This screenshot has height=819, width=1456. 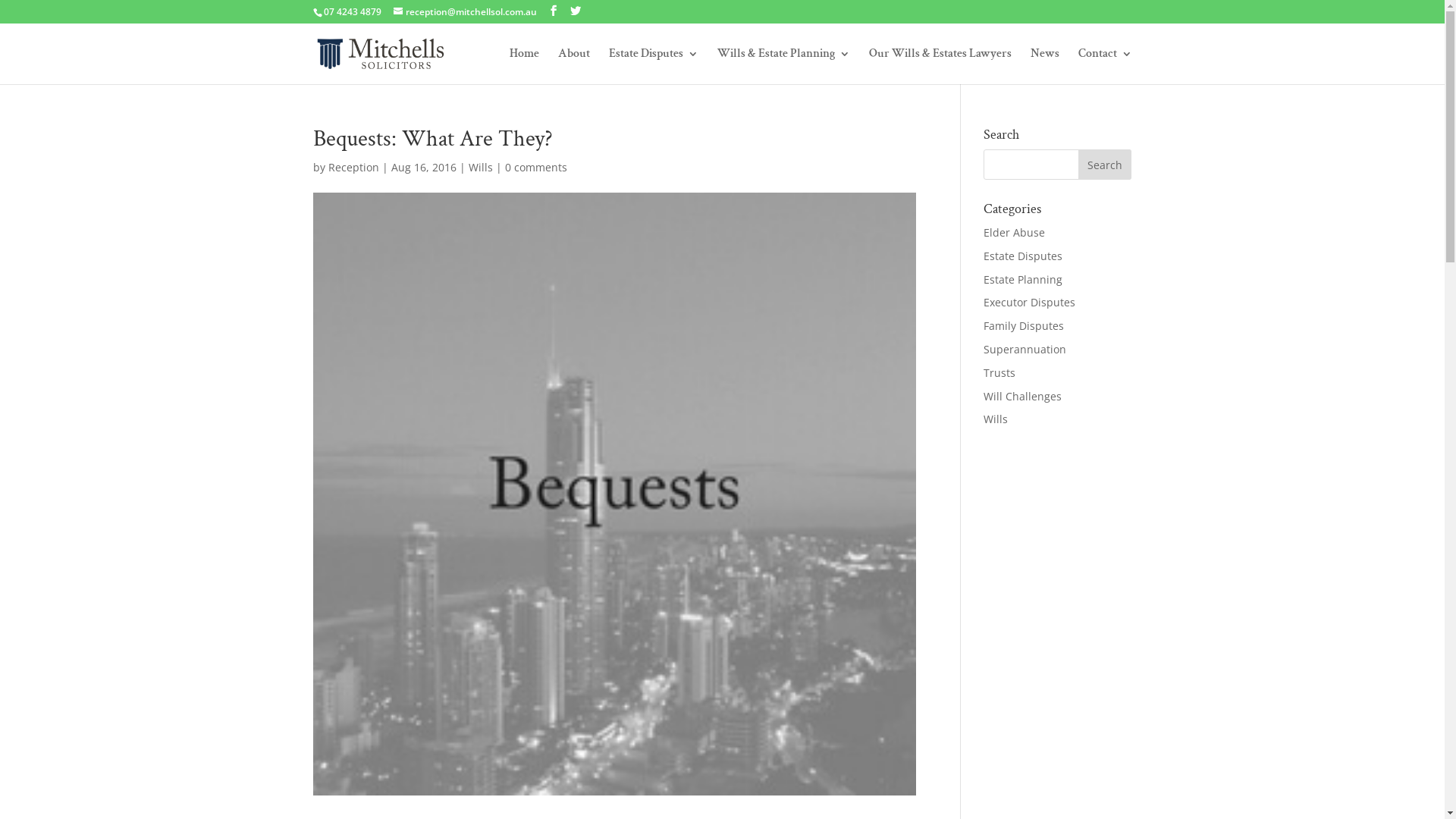 What do you see at coordinates (1022, 395) in the screenshot?
I see `'Will Challenges'` at bounding box center [1022, 395].